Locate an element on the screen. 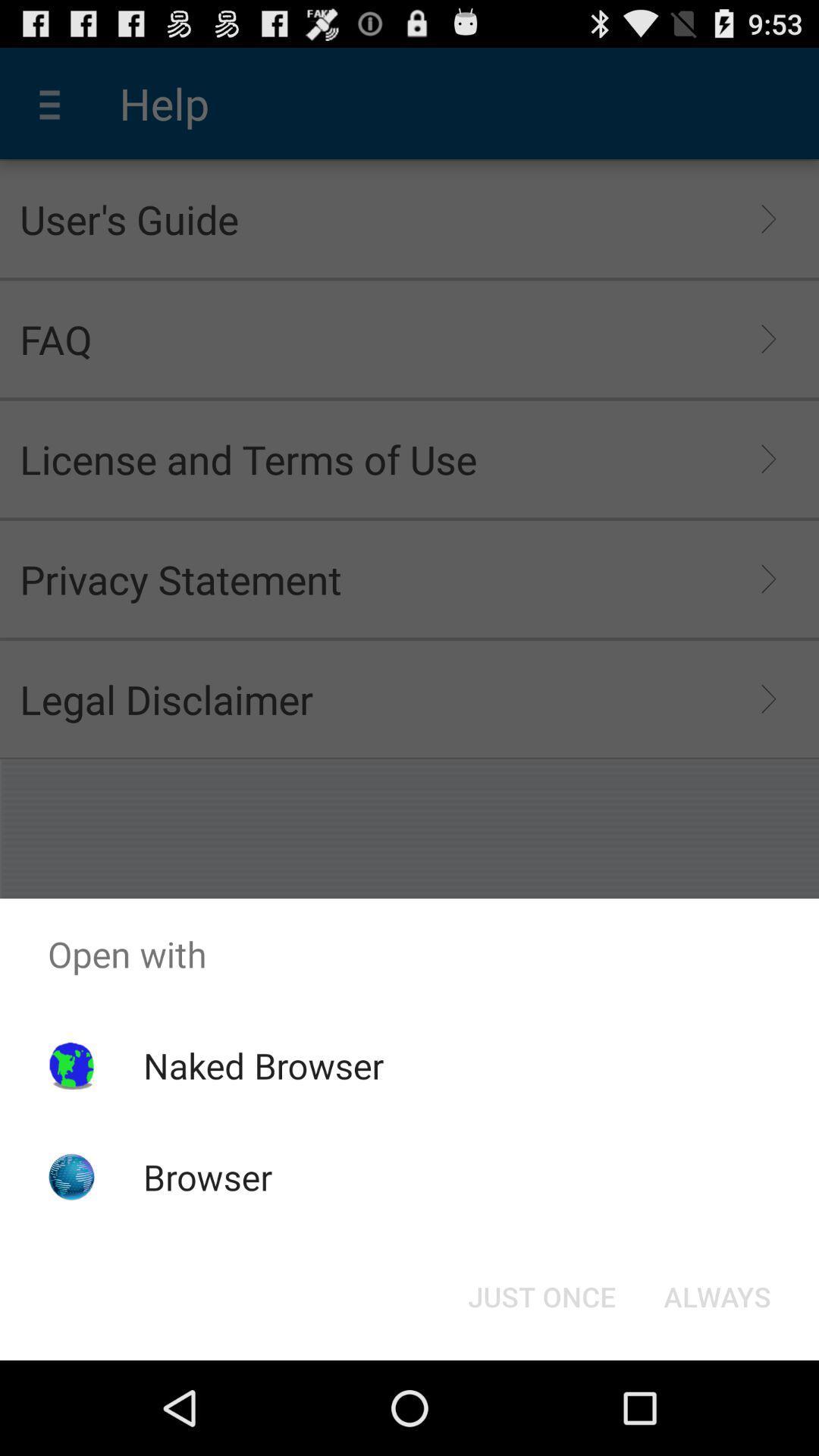 The width and height of the screenshot is (819, 1456). the icon below the open with item is located at coordinates (262, 1065).